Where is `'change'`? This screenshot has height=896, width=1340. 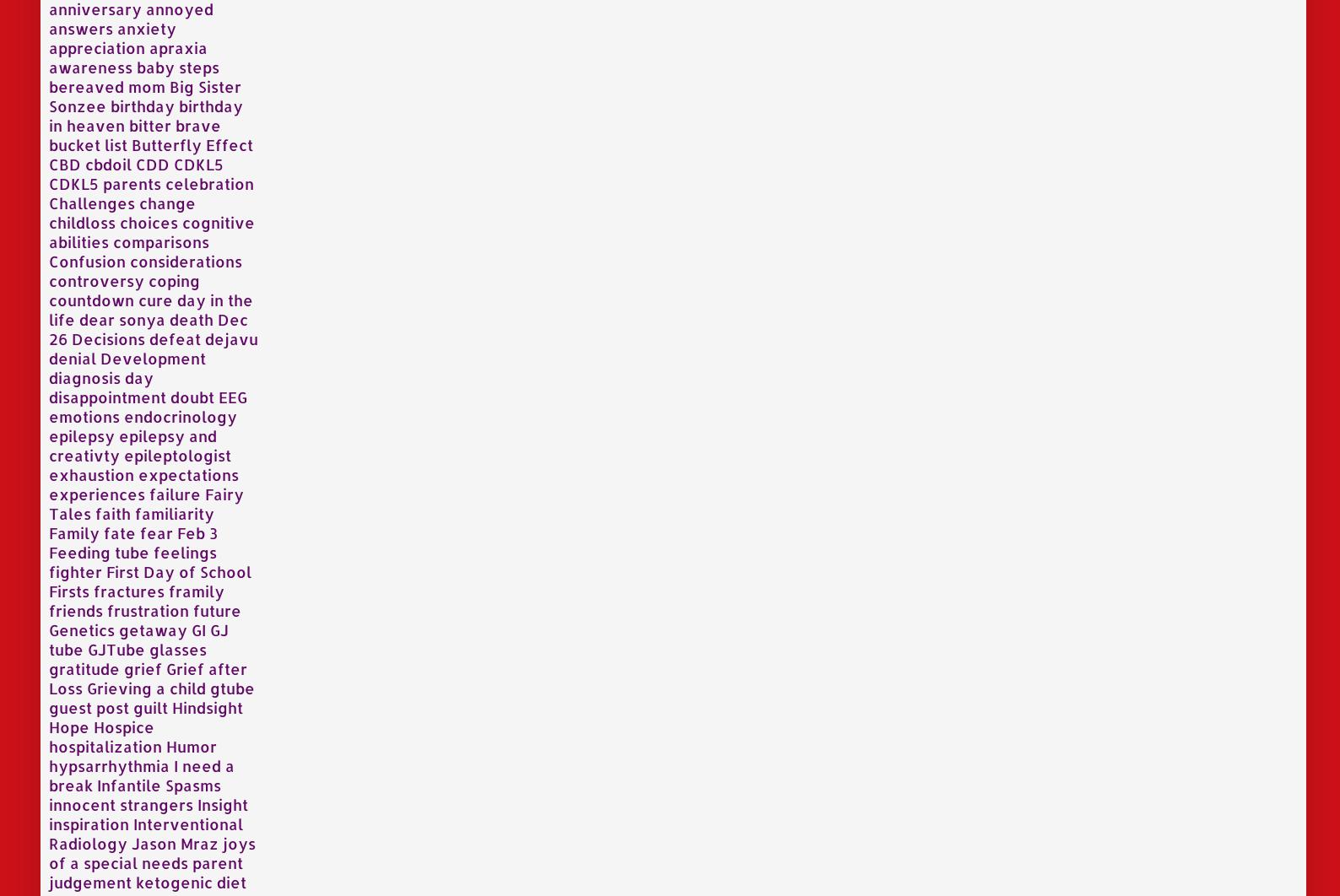 'change' is located at coordinates (166, 202).